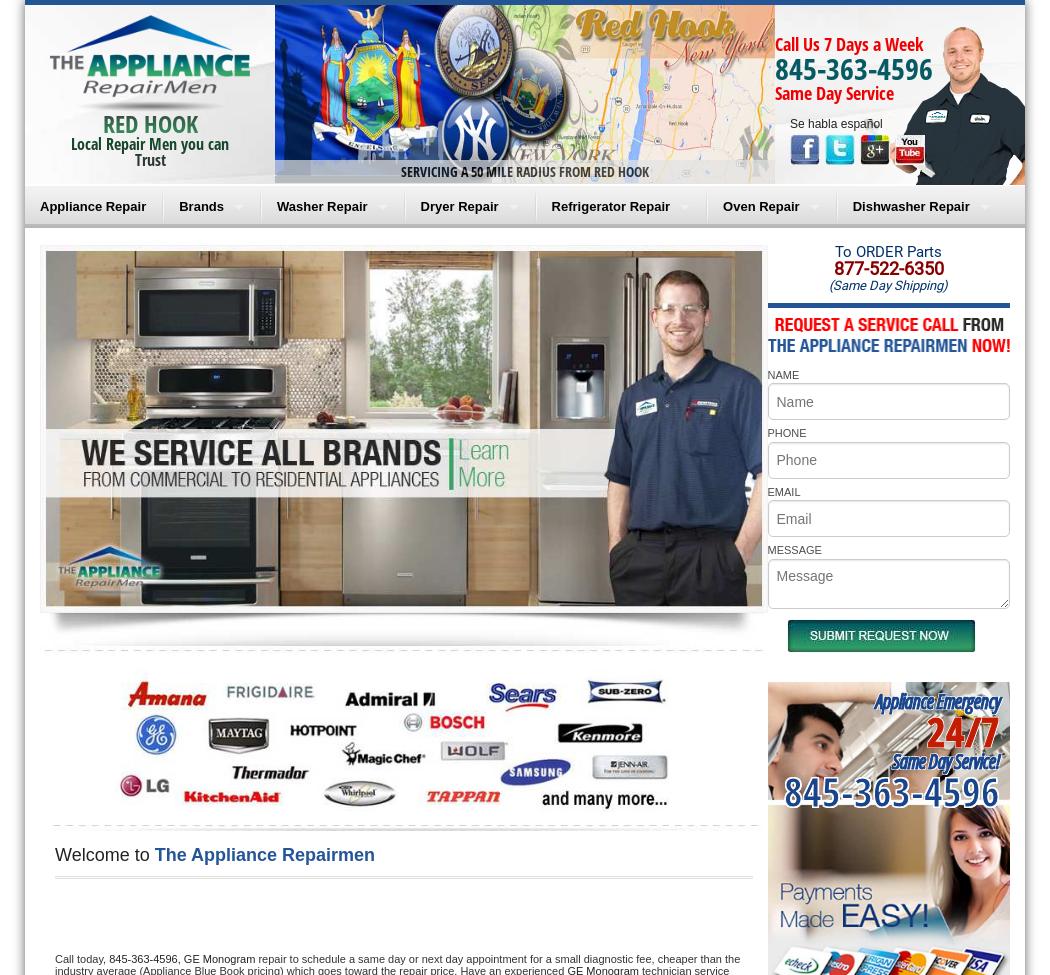  I want to click on 'To ORDER Parts', so click(887, 252).